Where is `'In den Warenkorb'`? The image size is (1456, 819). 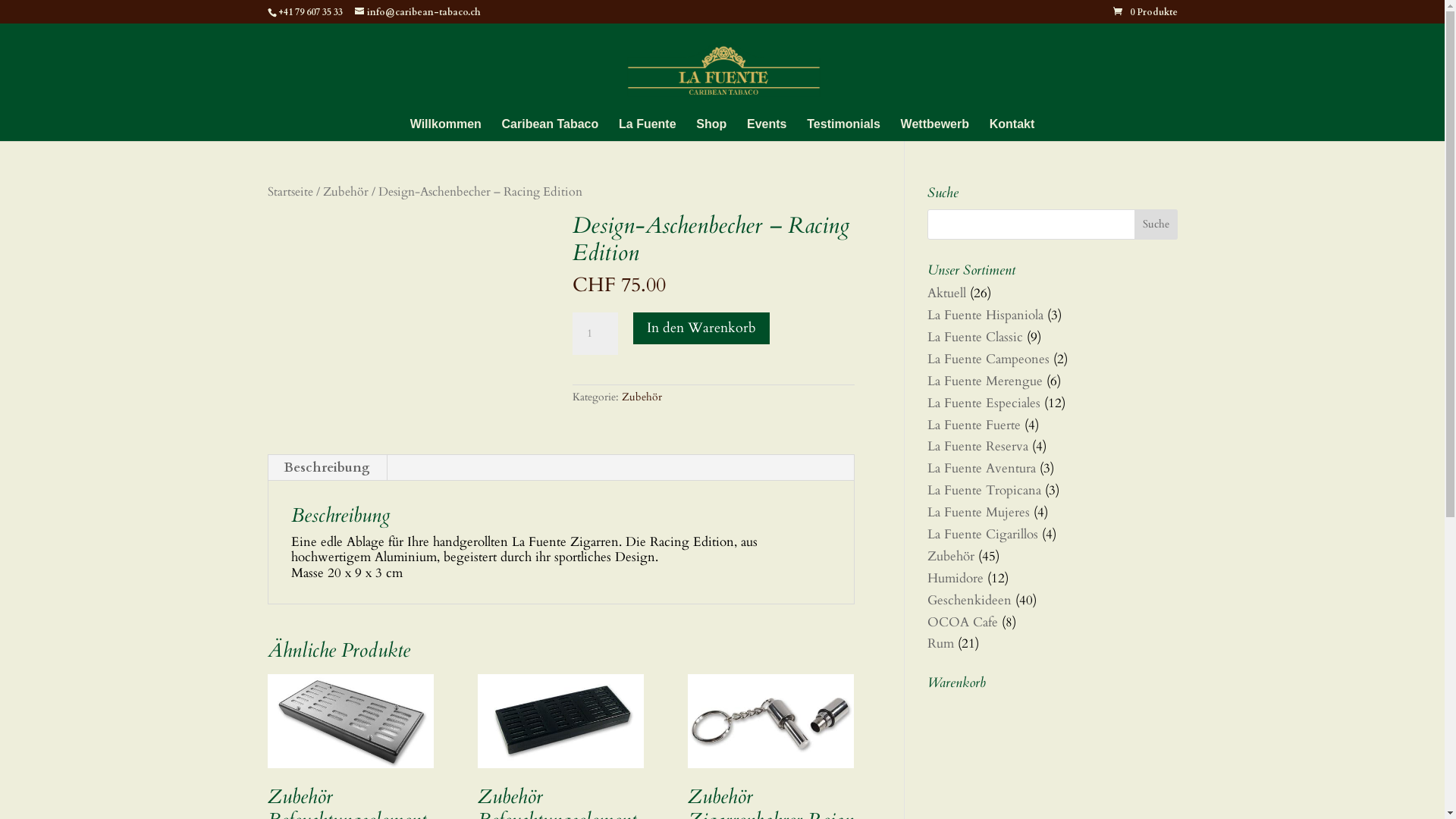
'In den Warenkorb' is located at coordinates (701, 327).